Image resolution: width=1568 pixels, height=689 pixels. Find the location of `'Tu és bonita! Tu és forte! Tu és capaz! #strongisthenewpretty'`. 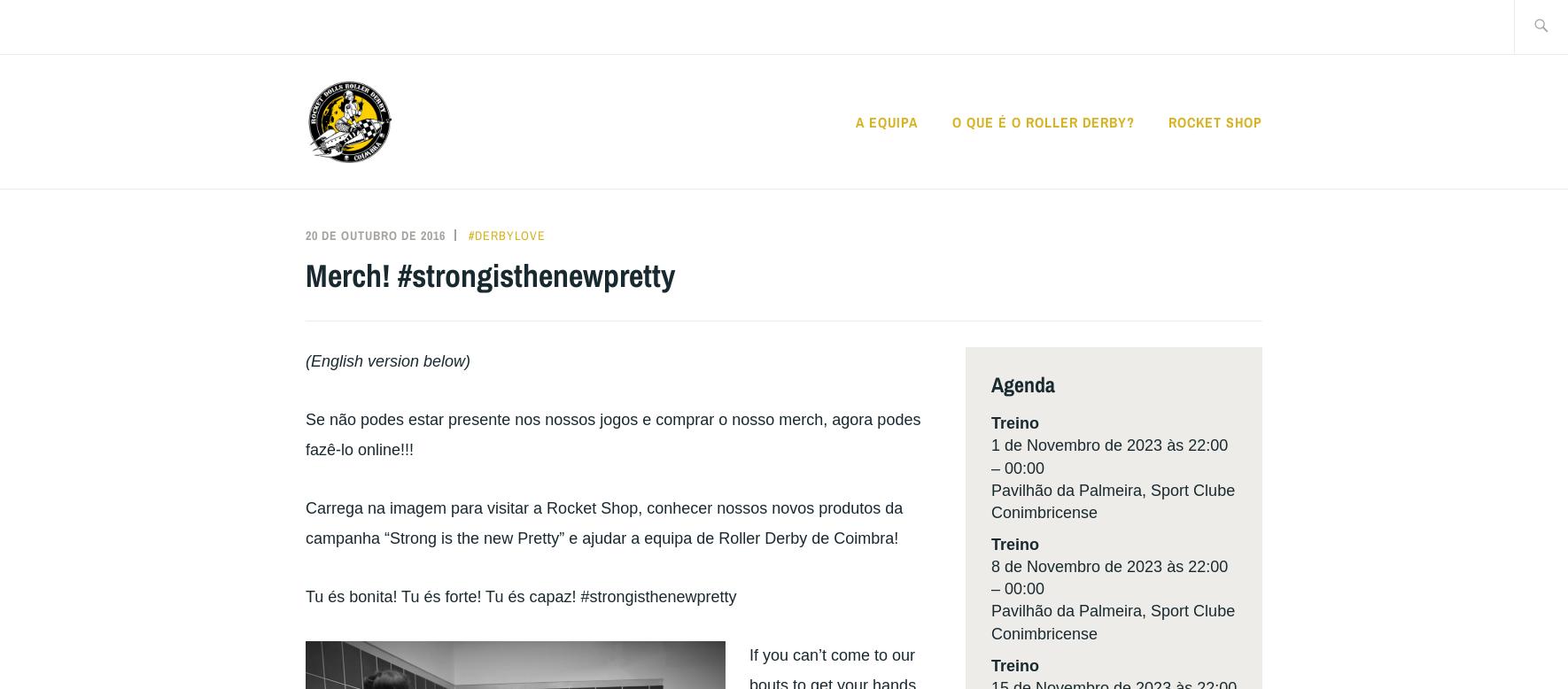

'Tu és bonita! Tu és forte! Tu és capaz! #strongisthenewpretty' is located at coordinates (520, 595).